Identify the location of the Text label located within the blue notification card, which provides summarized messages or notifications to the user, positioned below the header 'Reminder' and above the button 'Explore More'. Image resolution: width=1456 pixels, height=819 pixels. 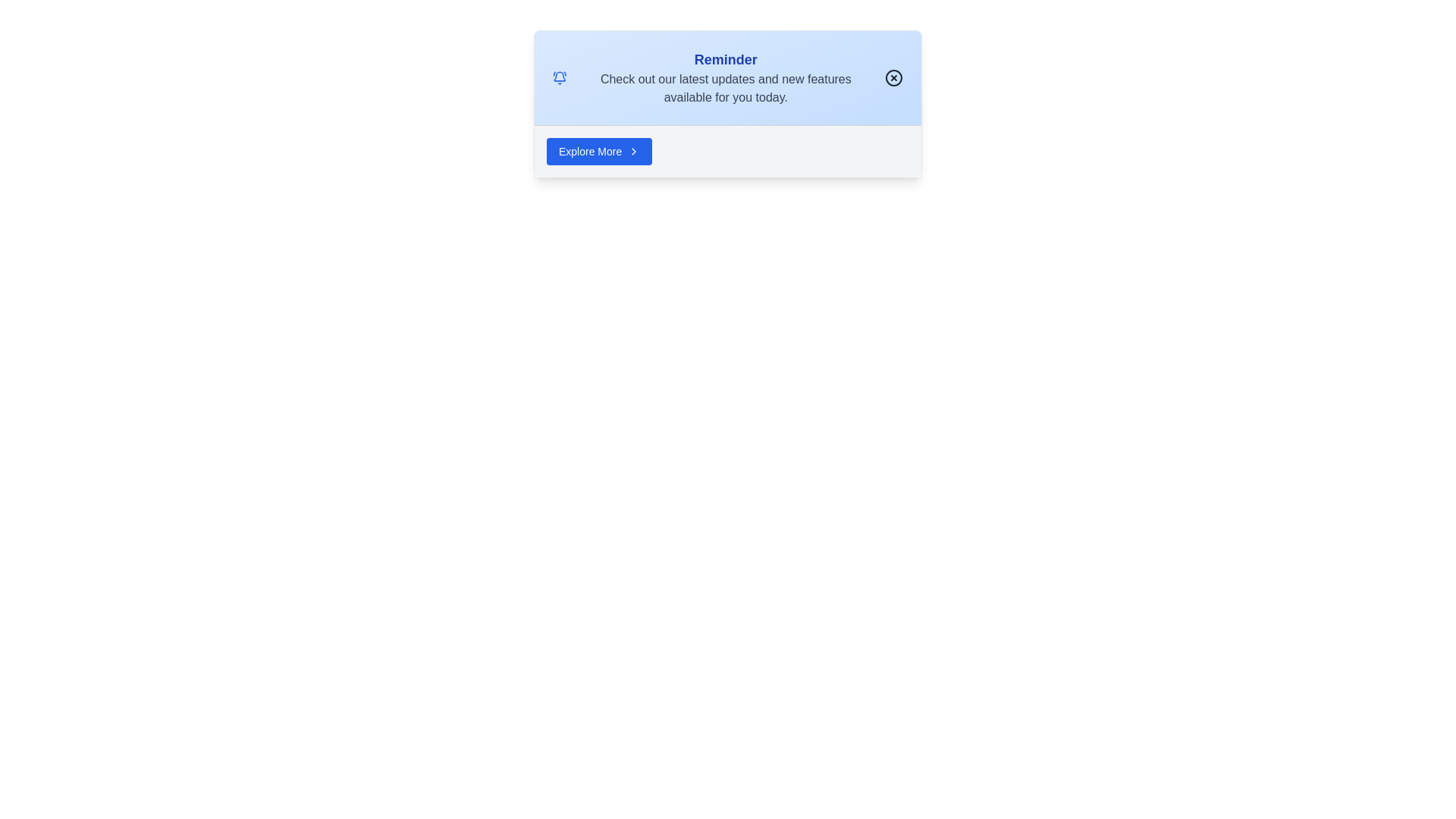
(725, 88).